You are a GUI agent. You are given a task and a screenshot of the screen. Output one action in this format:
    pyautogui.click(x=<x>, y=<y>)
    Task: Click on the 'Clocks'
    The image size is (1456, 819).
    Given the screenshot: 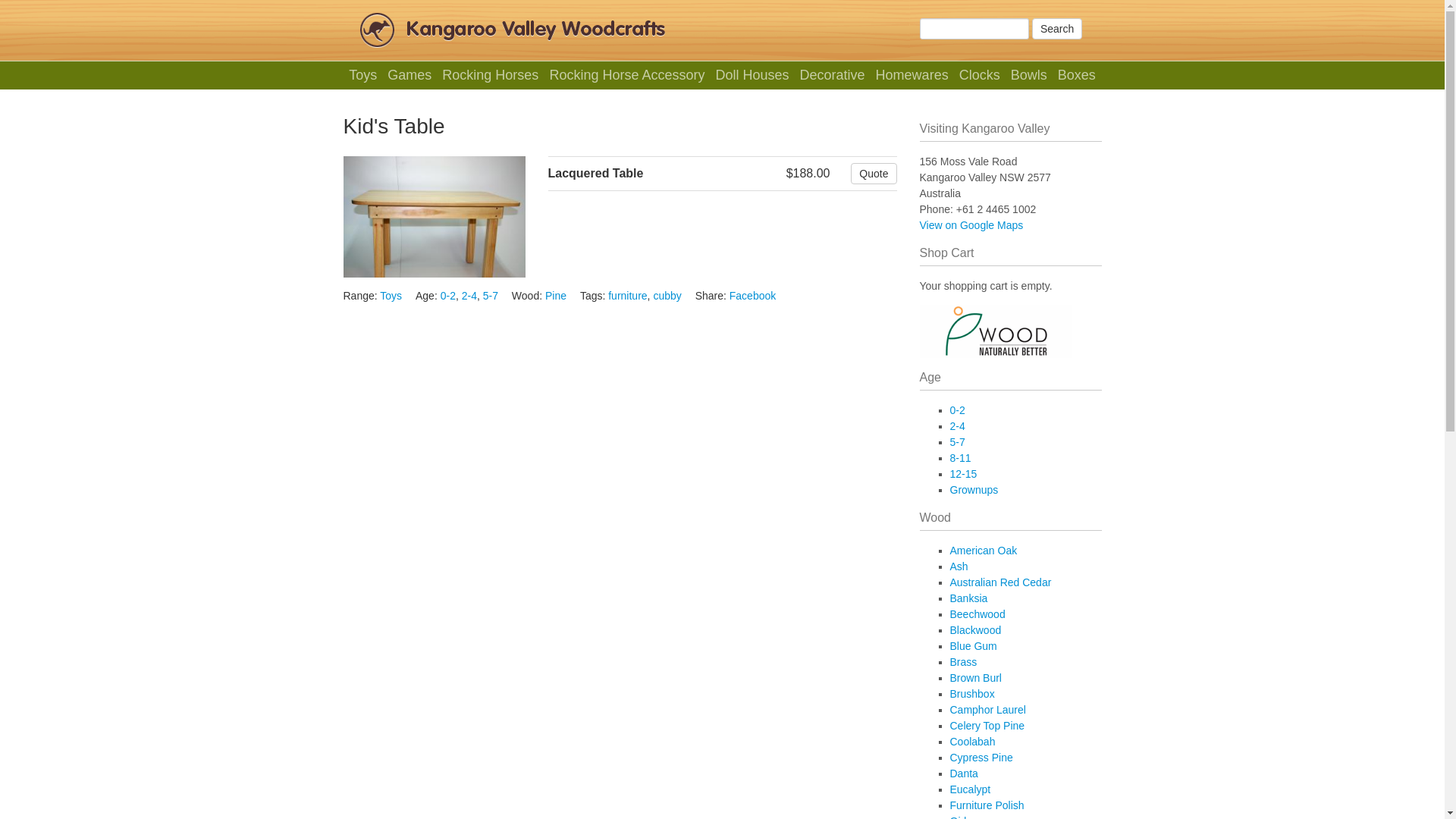 What is the action you would take?
    pyautogui.click(x=954, y=75)
    